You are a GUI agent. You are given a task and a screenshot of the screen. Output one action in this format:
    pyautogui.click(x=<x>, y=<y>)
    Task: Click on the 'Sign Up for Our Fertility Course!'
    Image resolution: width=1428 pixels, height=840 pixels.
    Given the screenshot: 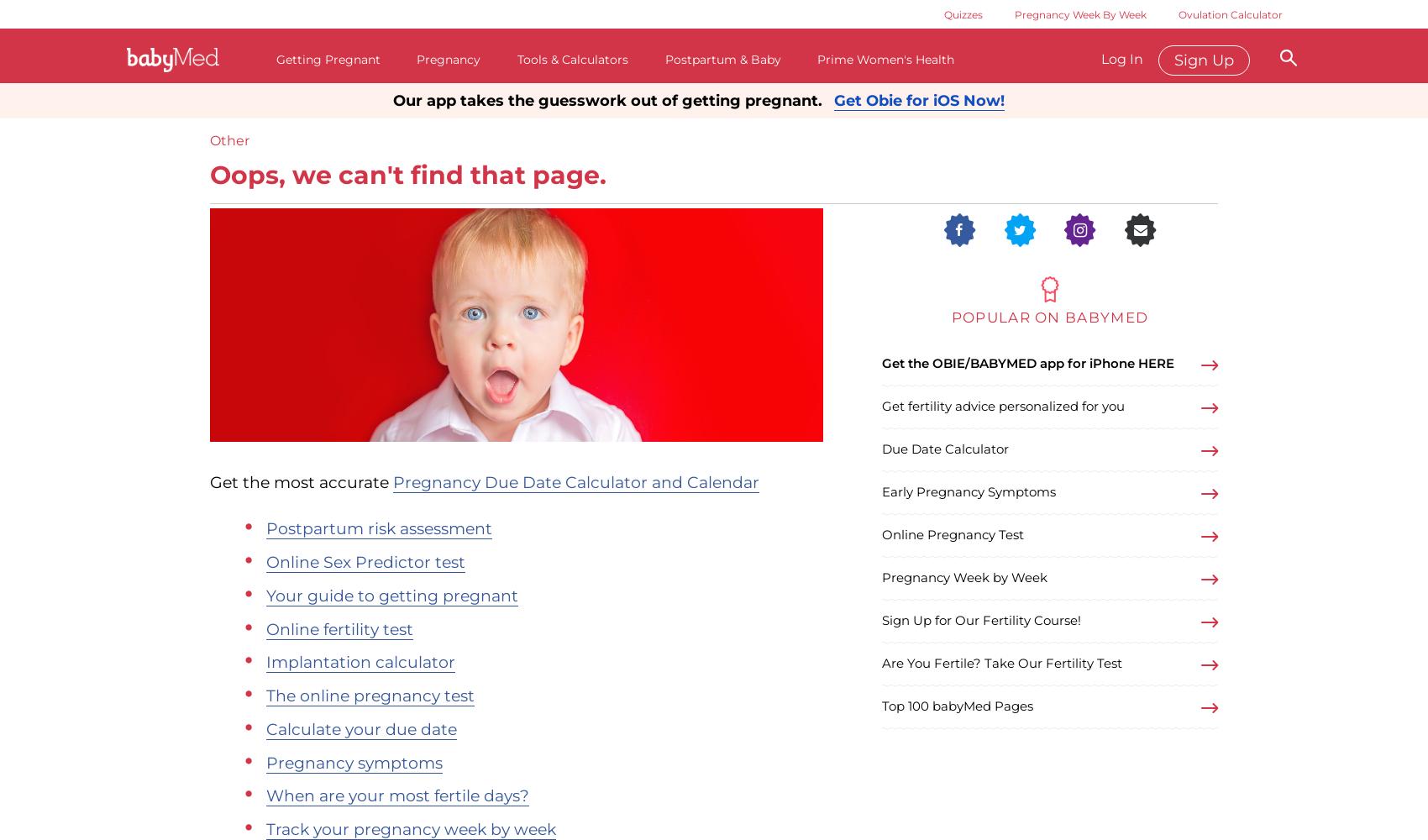 What is the action you would take?
    pyautogui.click(x=981, y=619)
    